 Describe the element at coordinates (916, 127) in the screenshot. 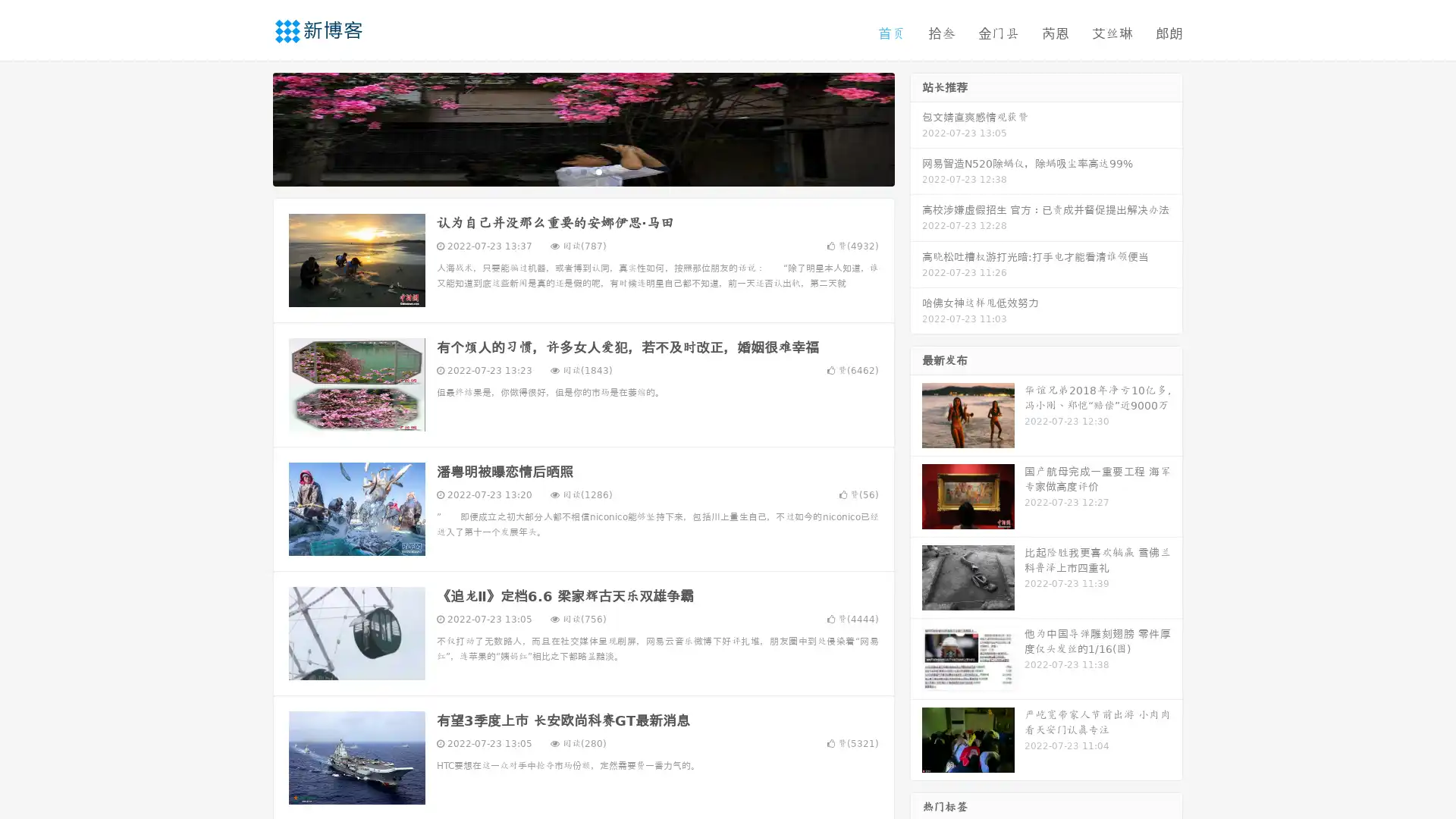

I see `Next slide` at that location.